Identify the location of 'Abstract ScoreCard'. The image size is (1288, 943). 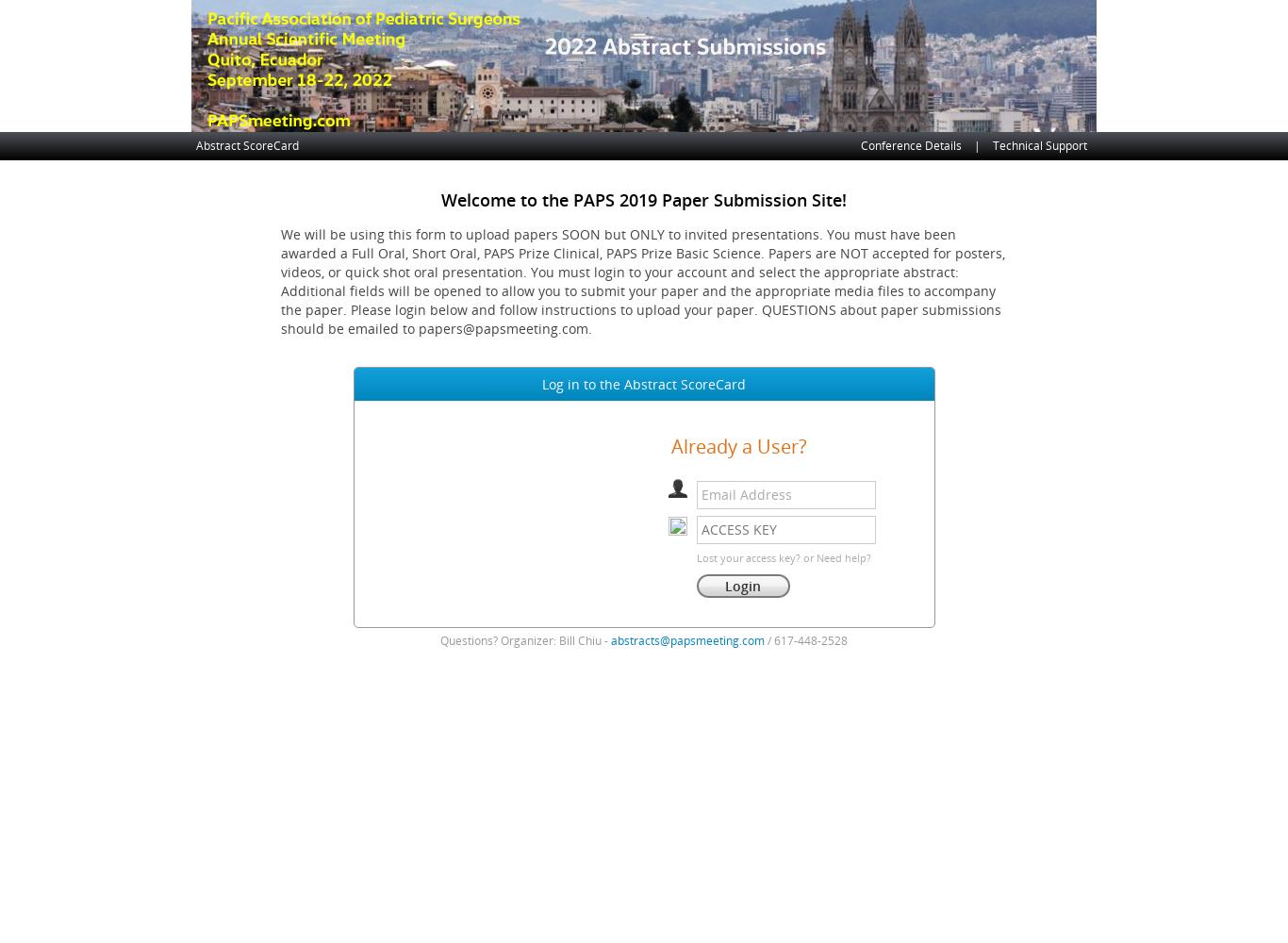
(247, 145).